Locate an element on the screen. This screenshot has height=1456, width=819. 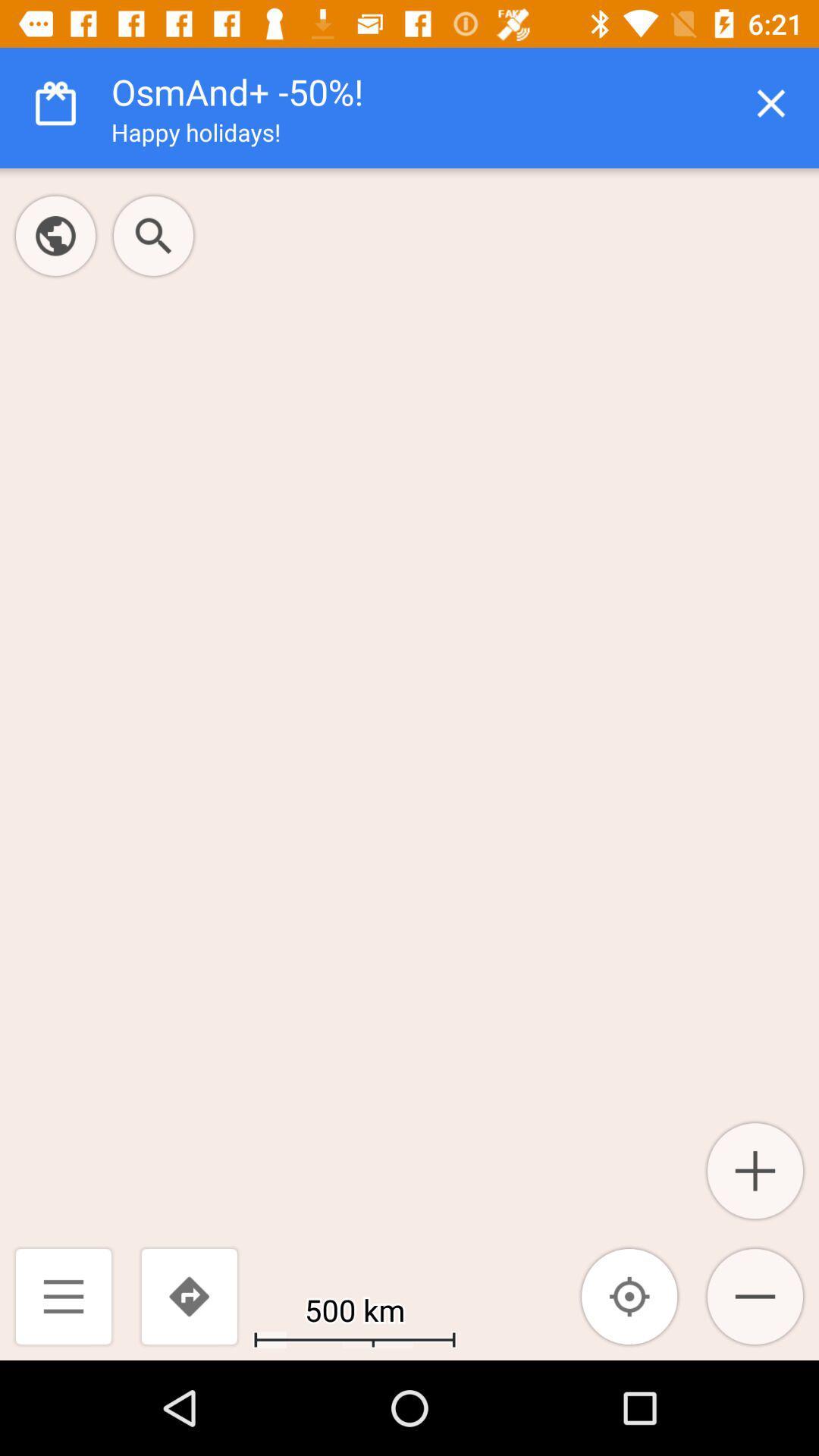
the add icon is located at coordinates (755, 1170).